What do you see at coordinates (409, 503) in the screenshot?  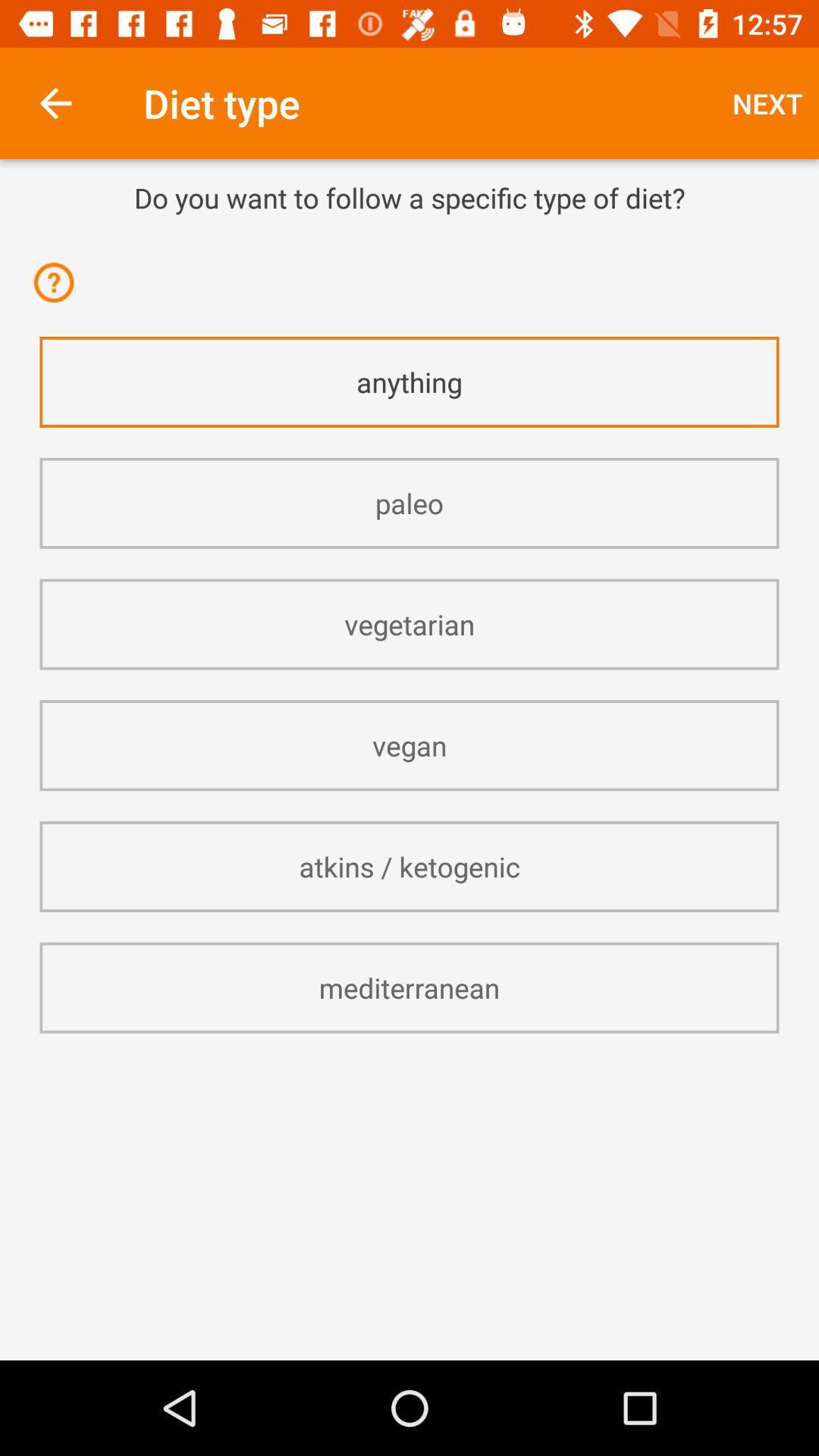 I see `item below the anything item` at bounding box center [409, 503].